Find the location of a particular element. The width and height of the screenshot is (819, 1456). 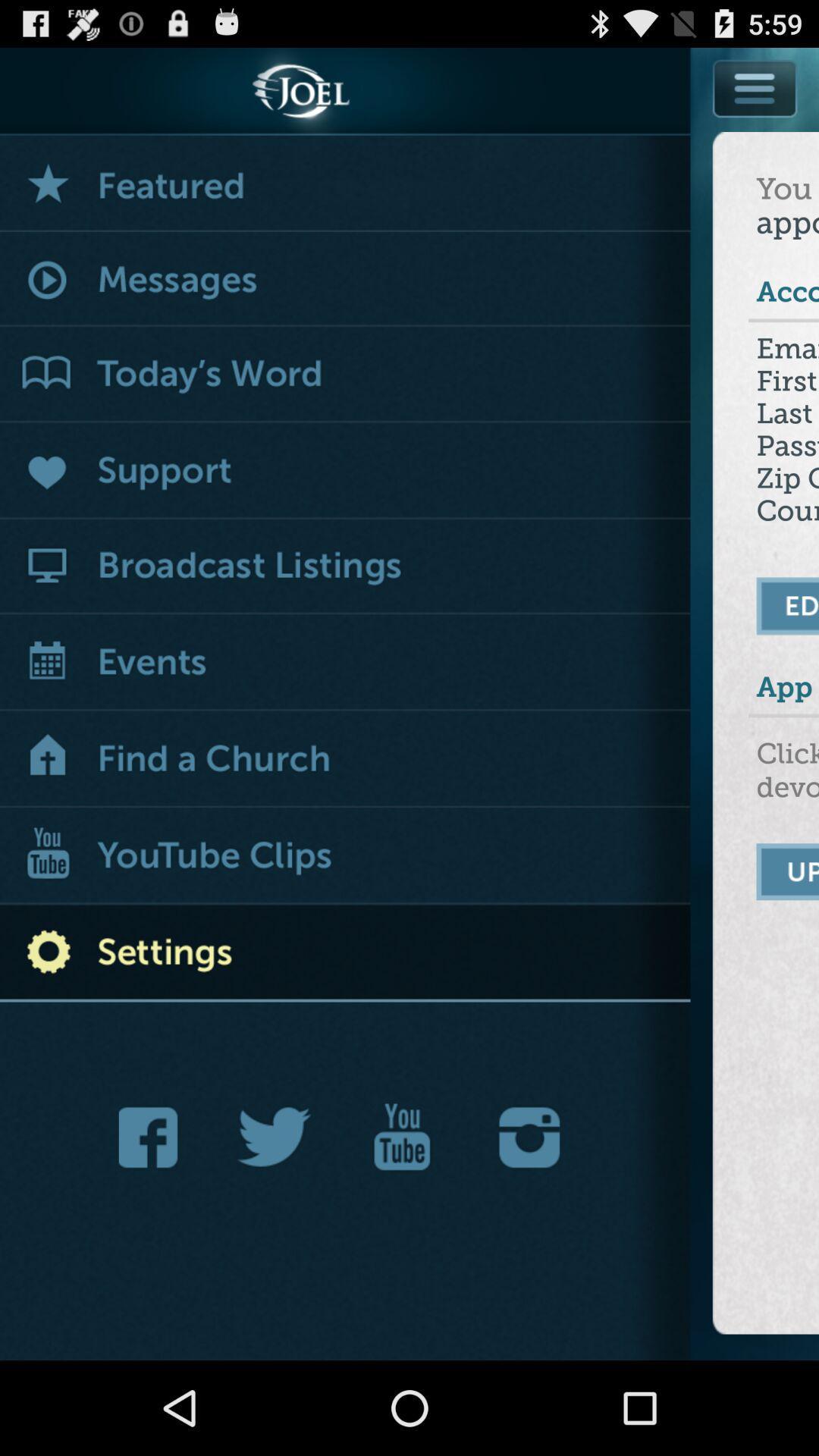

the facebook icon is located at coordinates (152, 1217).